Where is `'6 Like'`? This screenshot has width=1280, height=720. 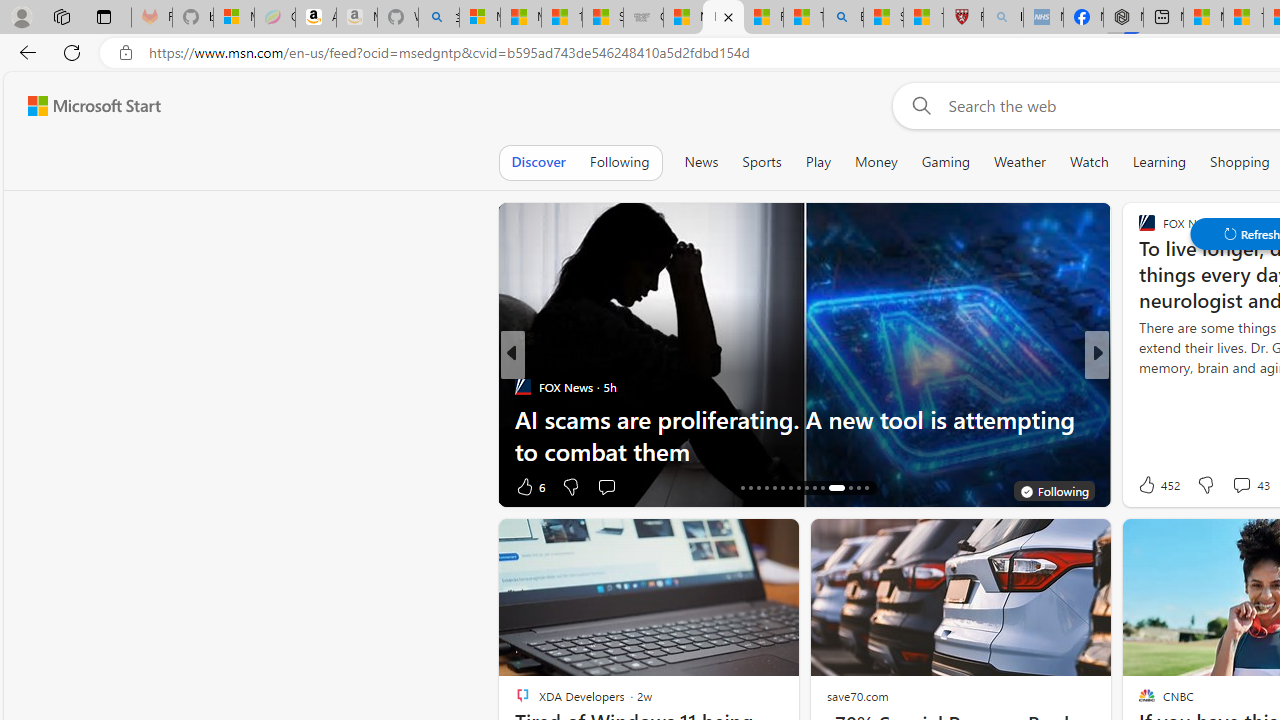
'6 Like' is located at coordinates (529, 486).